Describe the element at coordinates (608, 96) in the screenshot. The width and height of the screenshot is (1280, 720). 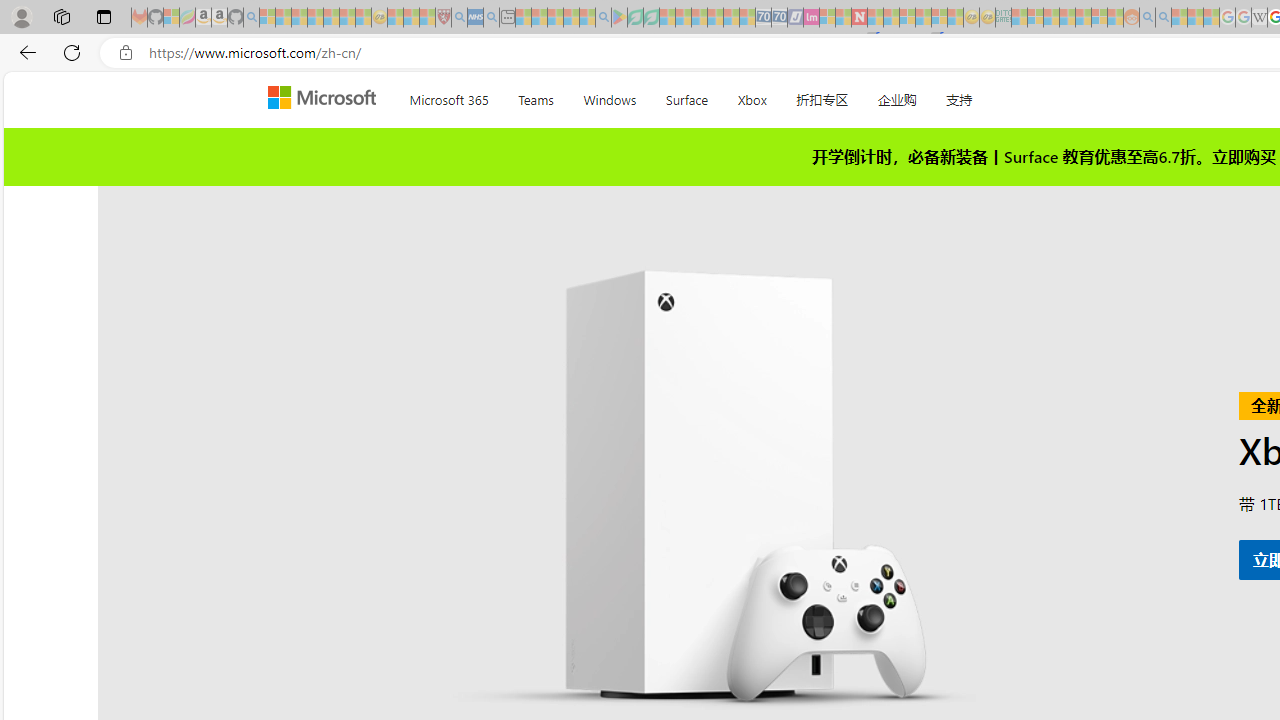
I see `'Windows'` at that location.